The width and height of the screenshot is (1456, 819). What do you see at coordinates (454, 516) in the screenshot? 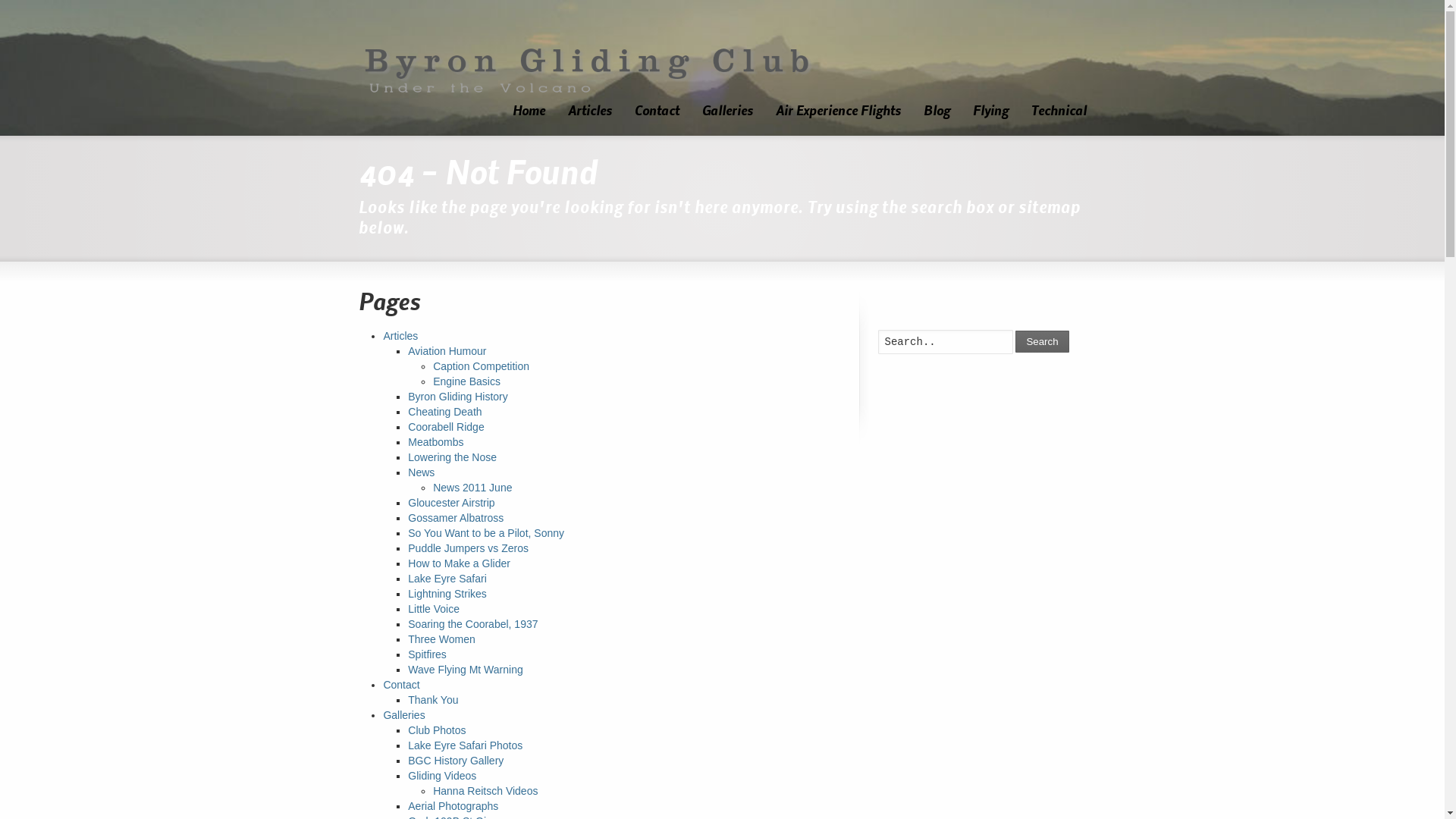
I see `'Gossamer Albatross'` at bounding box center [454, 516].